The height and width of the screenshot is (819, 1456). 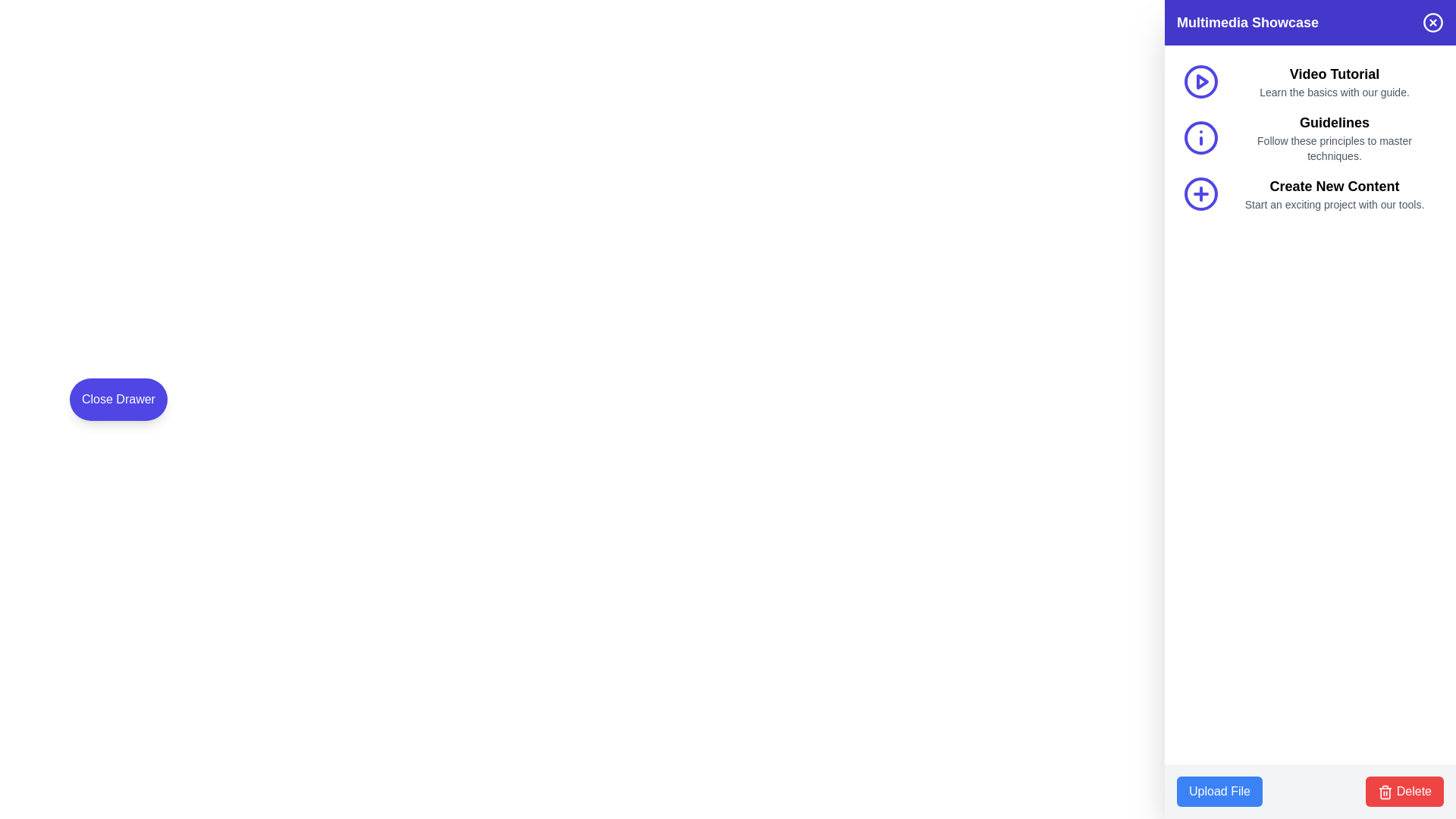 What do you see at coordinates (1310, 137) in the screenshot?
I see `the Informational Section element, which is the second option in a vertical list within the sidebar interface` at bounding box center [1310, 137].